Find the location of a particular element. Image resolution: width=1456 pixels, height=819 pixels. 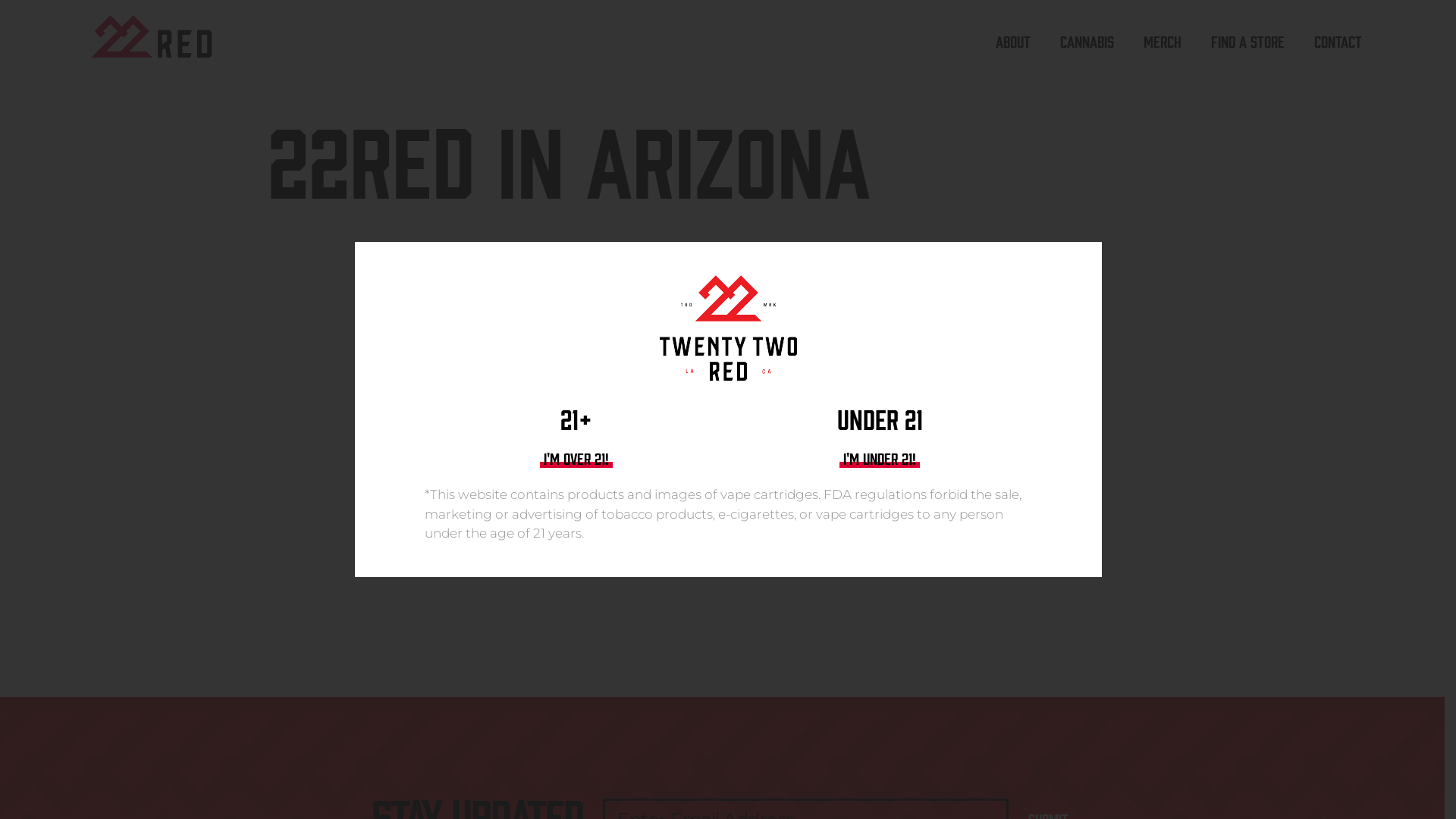

'FIND A STORE' is located at coordinates (1207, 40).